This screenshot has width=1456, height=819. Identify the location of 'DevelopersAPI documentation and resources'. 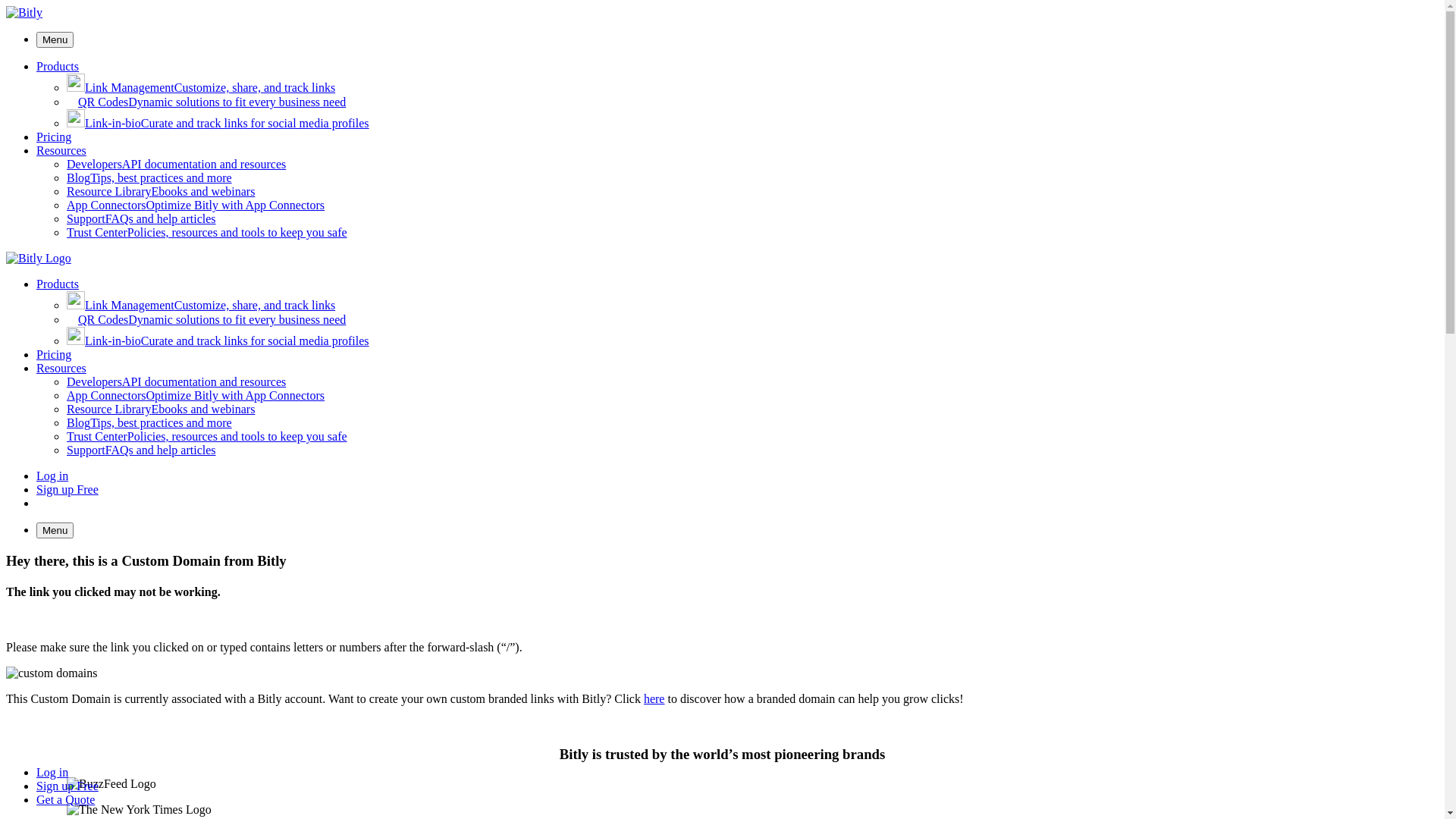
(176, 381).